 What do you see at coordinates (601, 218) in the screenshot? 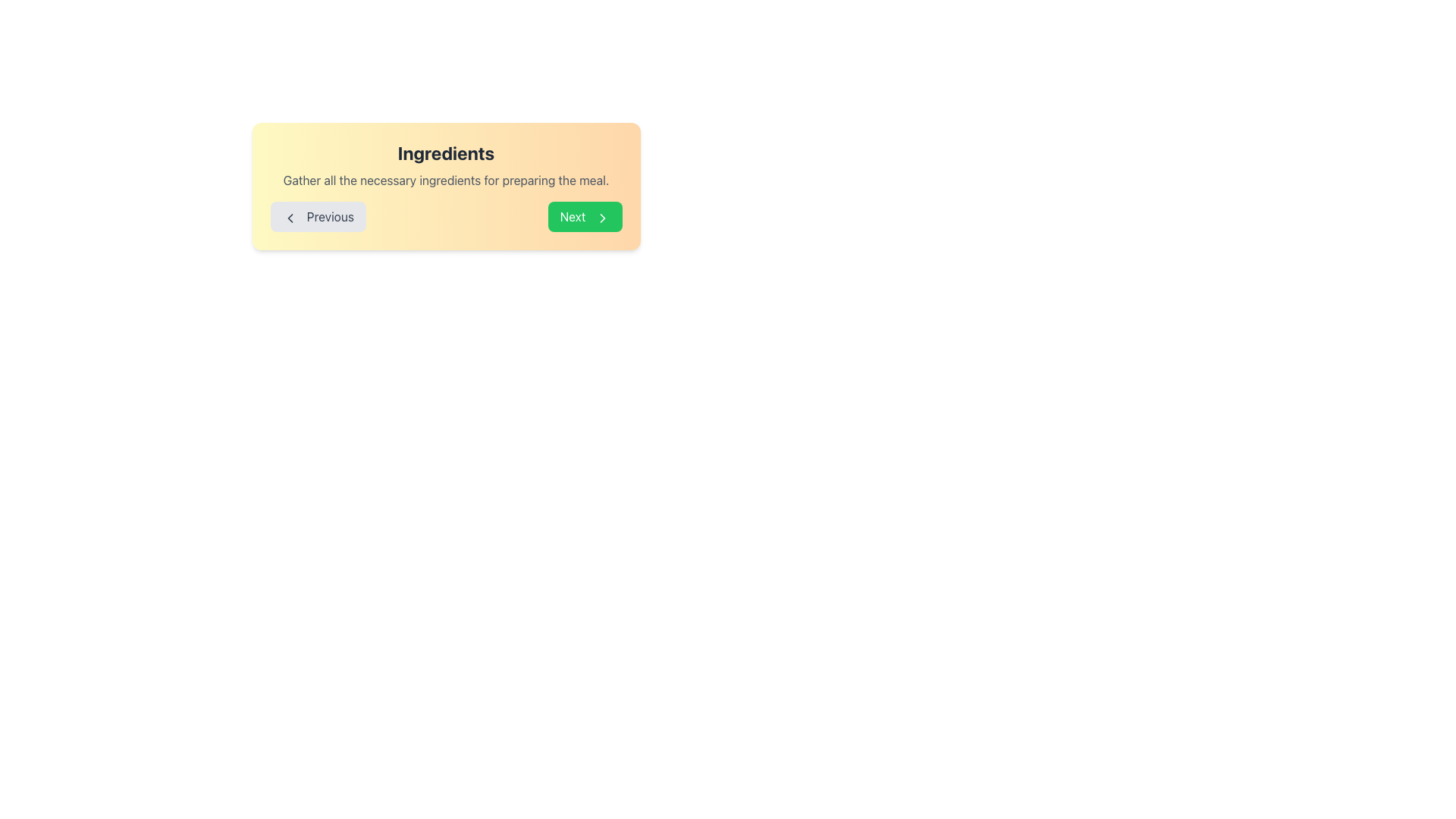
I see `the right-pointing chevron icon with a green background that is located next to the 'Next' button` at bounding box center [601, 218].